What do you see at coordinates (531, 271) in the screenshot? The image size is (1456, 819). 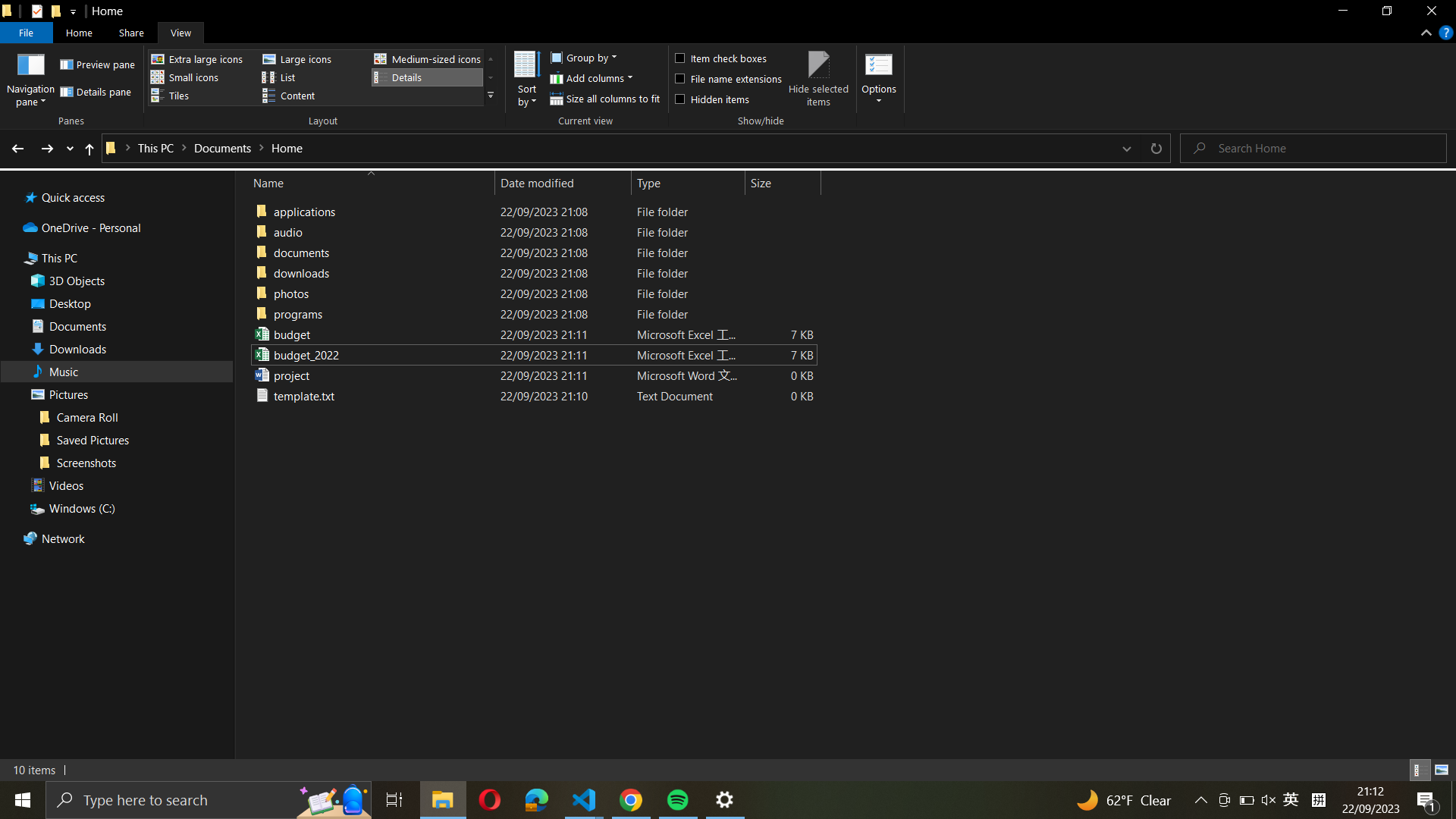 I see `Rearrange the files in "documents" folder by their names` at bounding box center [531, 271].